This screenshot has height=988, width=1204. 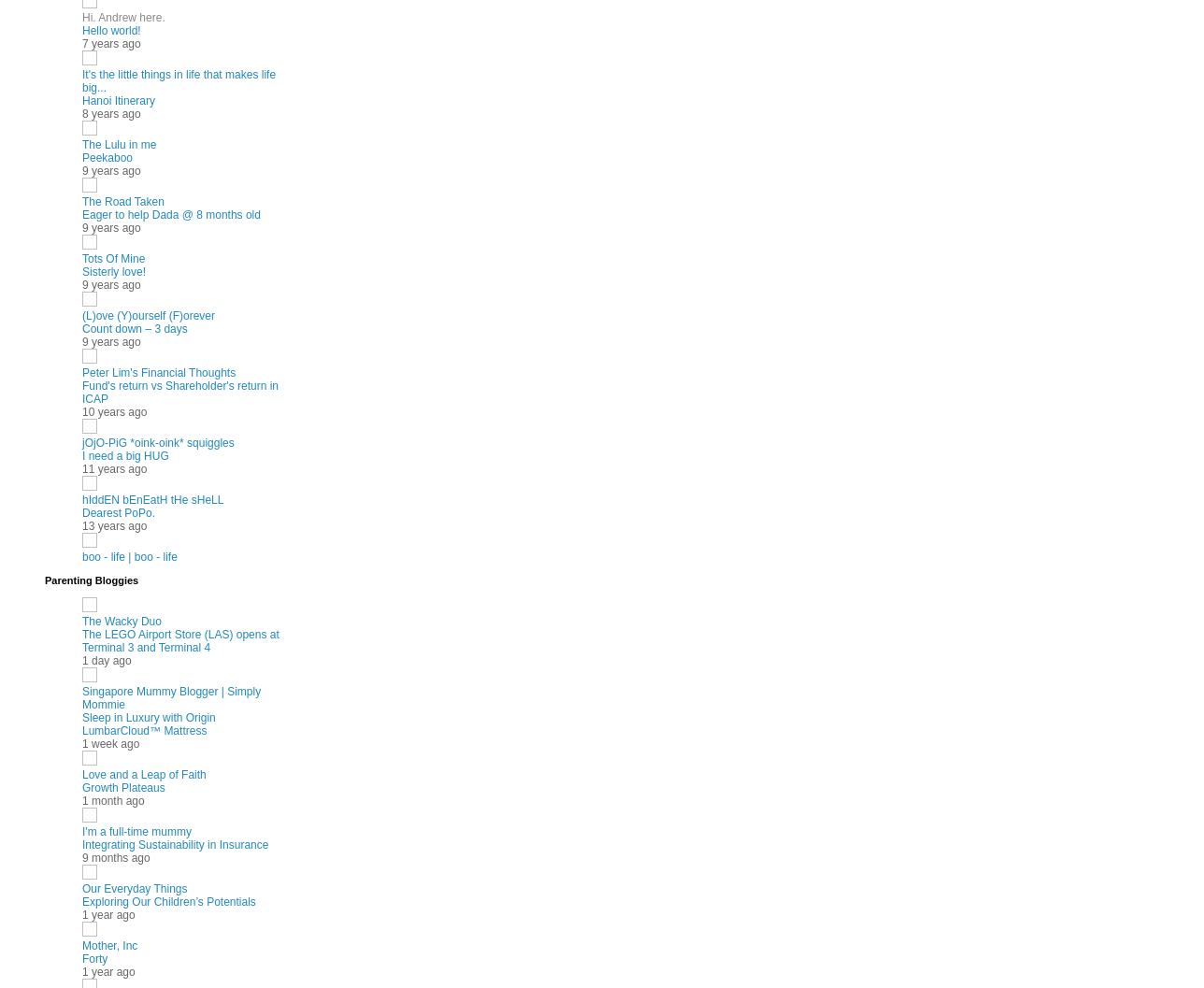 I want to click on '11 years ago', so click(x=81, y=468).